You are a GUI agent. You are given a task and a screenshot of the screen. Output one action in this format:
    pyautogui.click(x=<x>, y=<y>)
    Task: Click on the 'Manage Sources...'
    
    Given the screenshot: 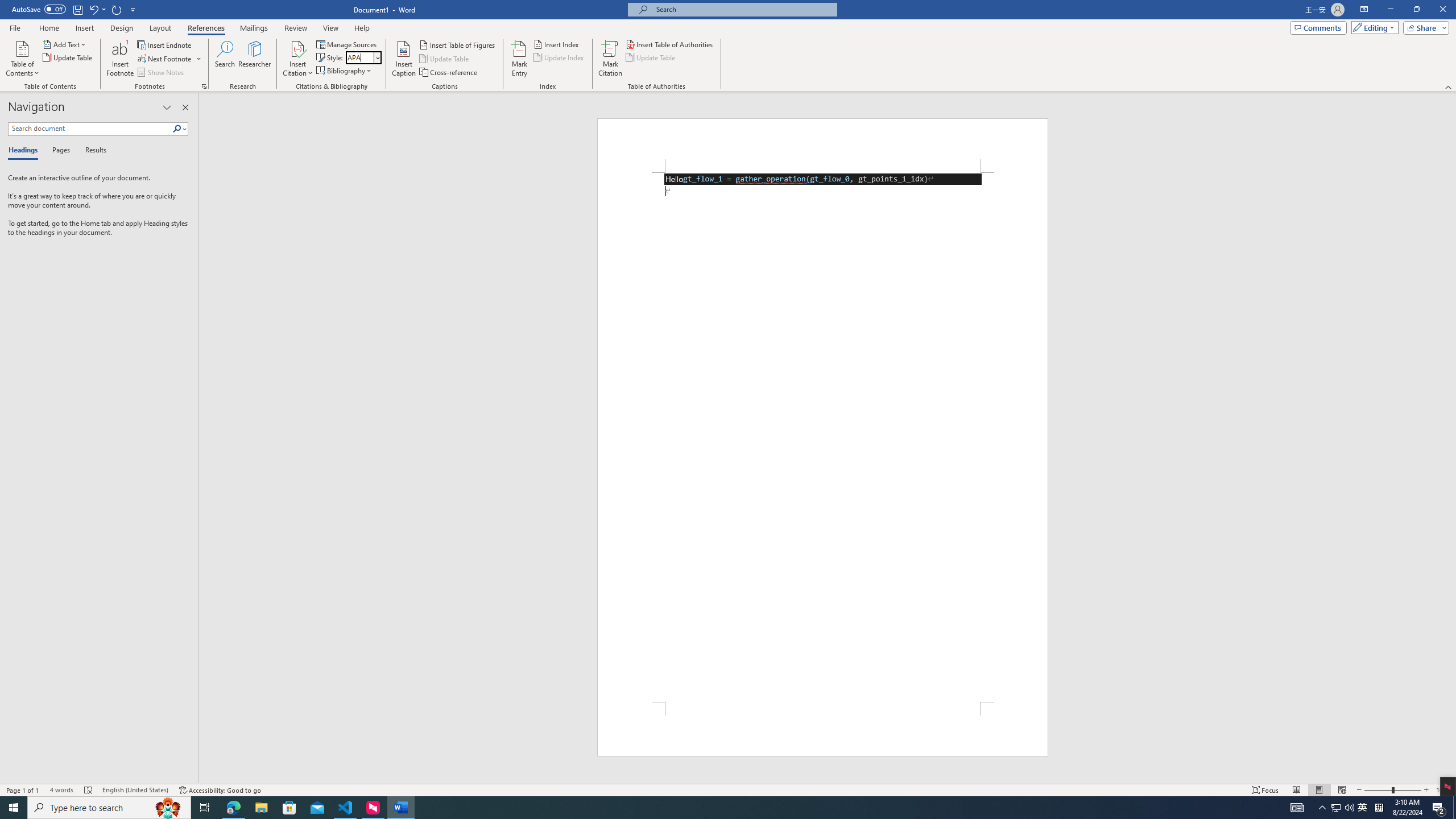 What is the action you would take?
    pyautogui.click(x=347, y=44)
    